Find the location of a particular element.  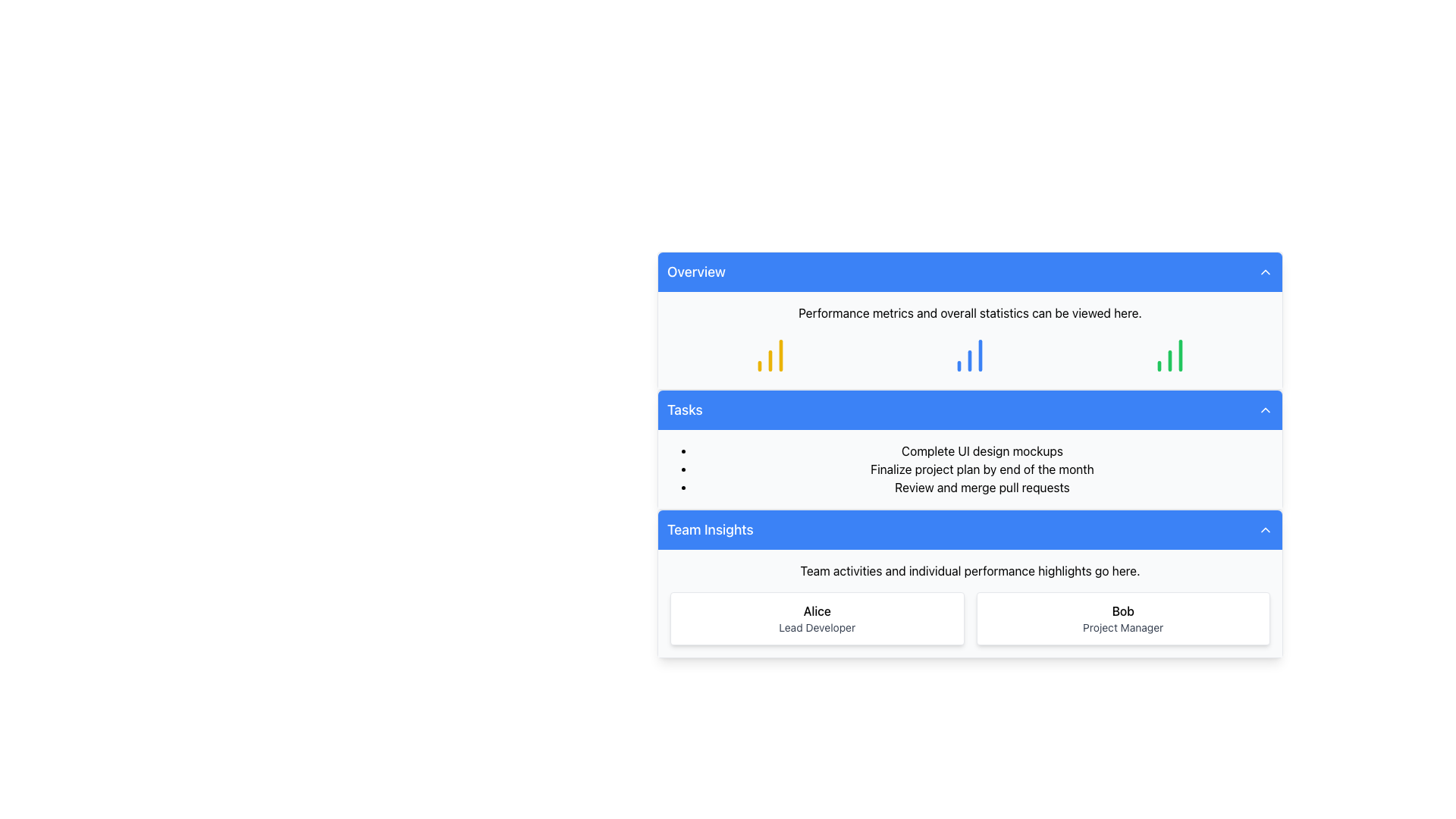

the middle group of blue bar charts is located at coordinates (969, 356).